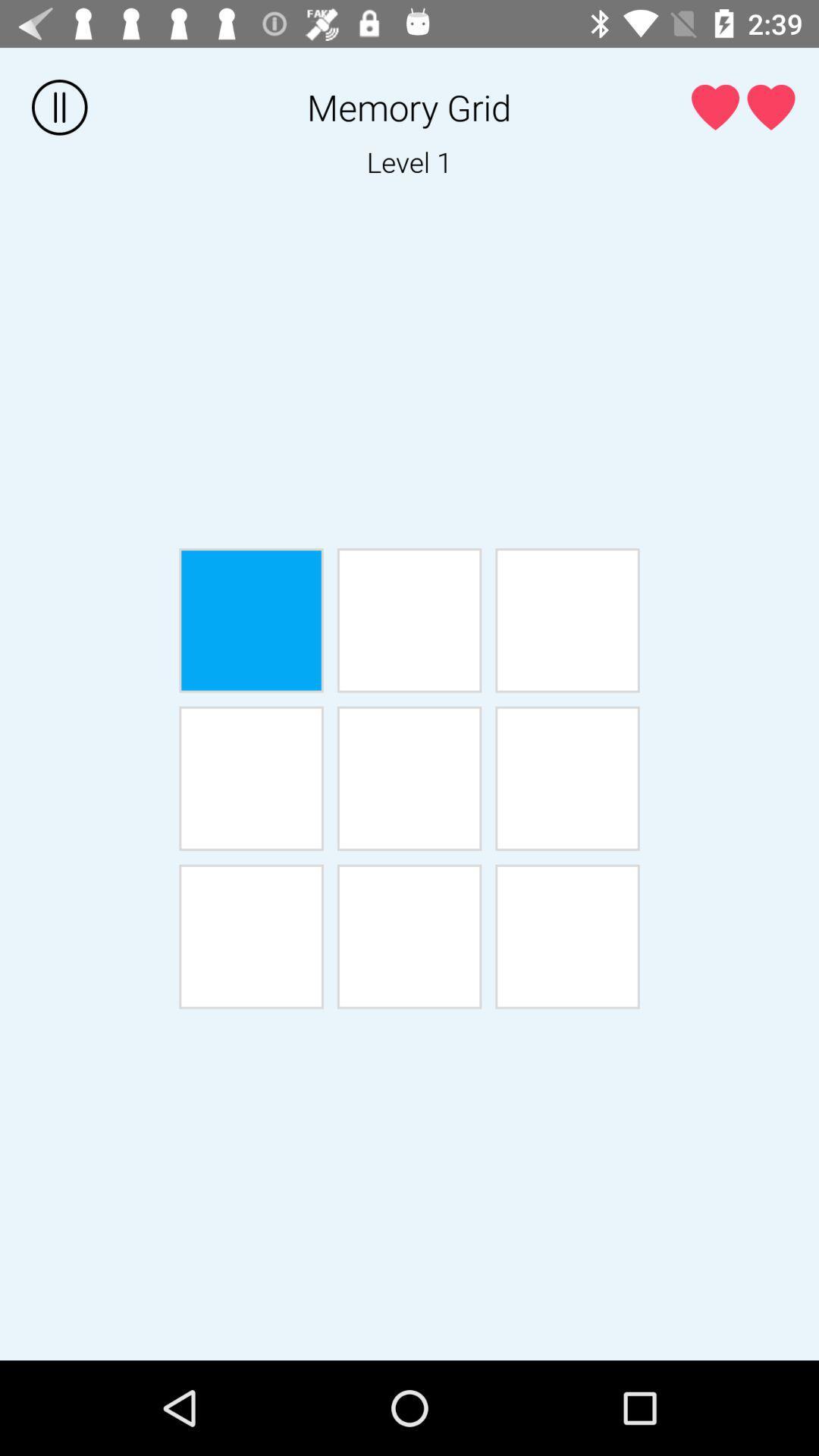 The image size is (819, 1456). Describe the element at coordinates (567, 620) in the screenshot. I see `the icon below level 1 icon` at that location.